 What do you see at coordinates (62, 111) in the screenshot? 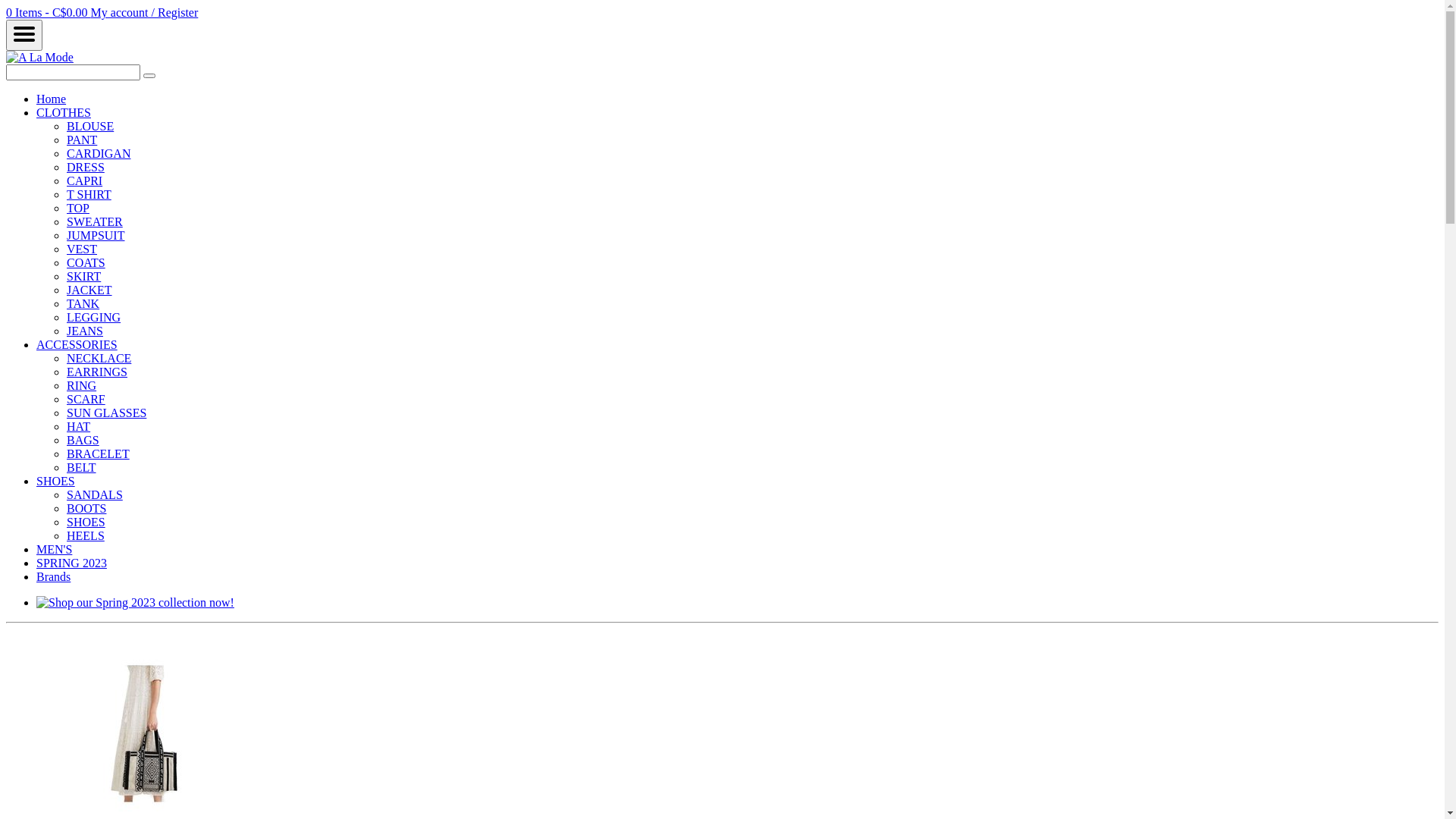
I see `'CLOTHES'` at bounding box center [62, 111].